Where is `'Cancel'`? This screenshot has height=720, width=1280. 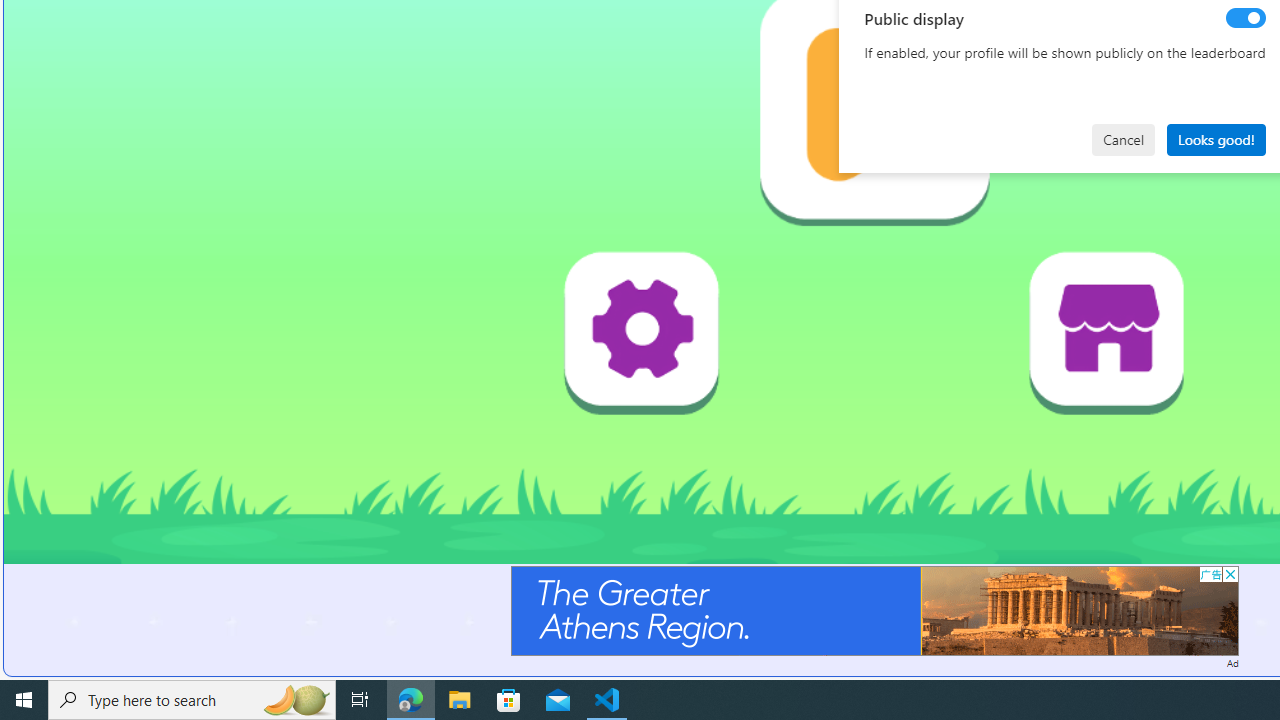
'Cancel' is located at coordinates (1123, 138).